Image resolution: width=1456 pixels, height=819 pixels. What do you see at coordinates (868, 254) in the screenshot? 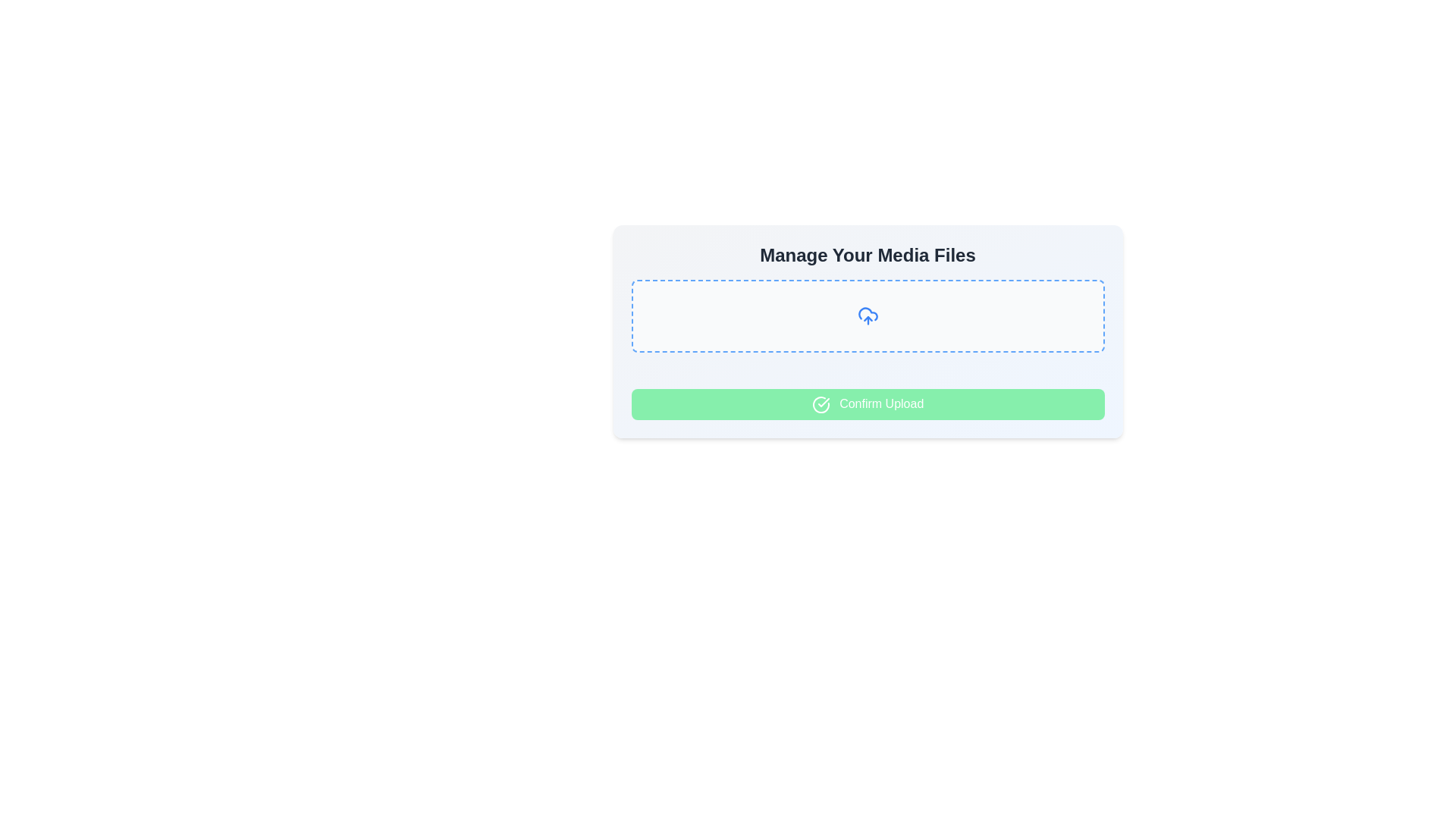
I see `the text heading displaying 'Manage Your Media Files', which is a prominent title in bold, large serif font, positioned at the top of its card-like component` at bounding box center [868, 254].